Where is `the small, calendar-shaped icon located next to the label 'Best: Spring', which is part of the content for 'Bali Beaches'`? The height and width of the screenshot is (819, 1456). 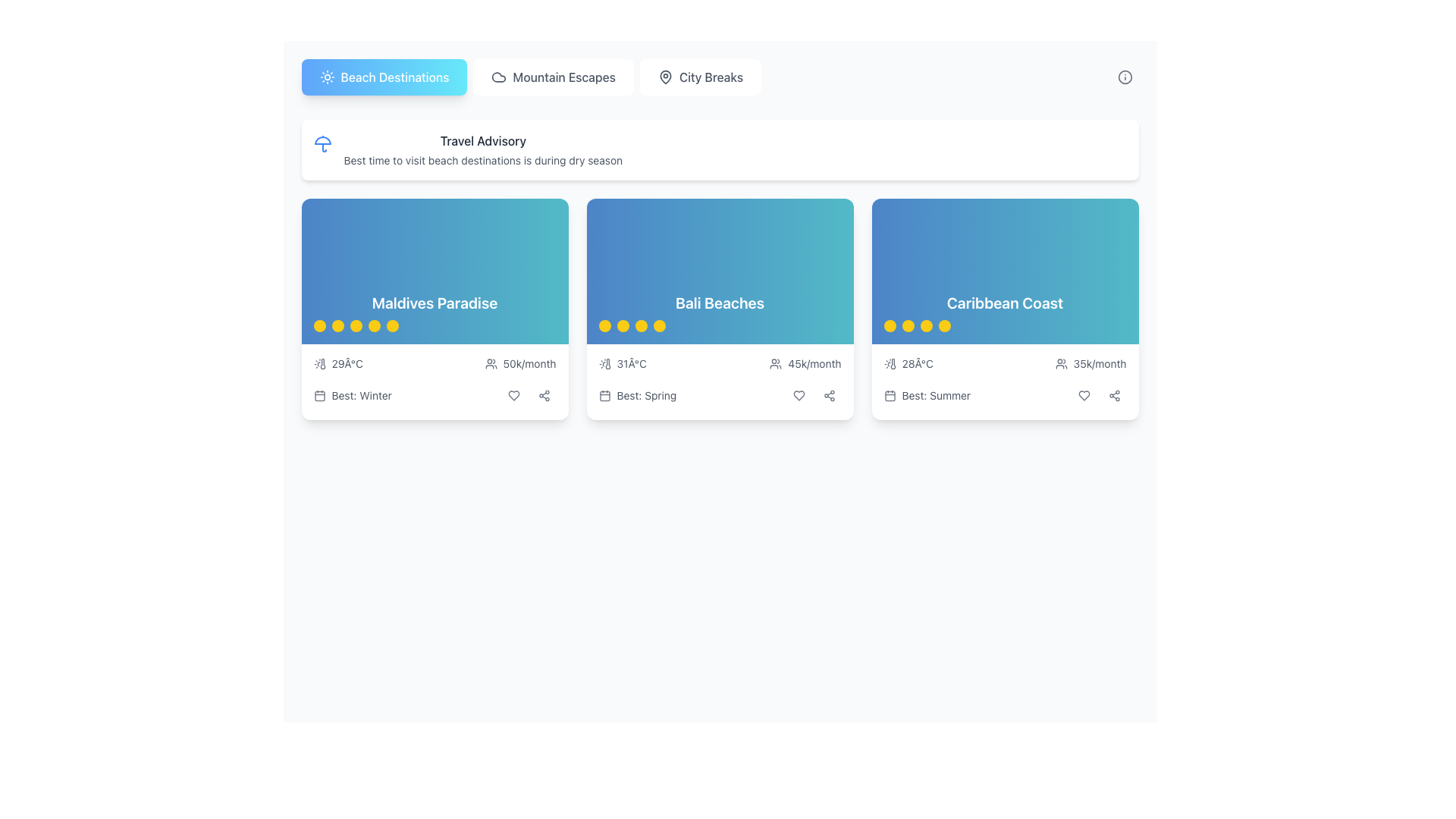 the small, calendar-shaped icon located next to the label 'Best: Spring', which is part of the content for 'Bali Beaches' is located at coordinates (604, 394).